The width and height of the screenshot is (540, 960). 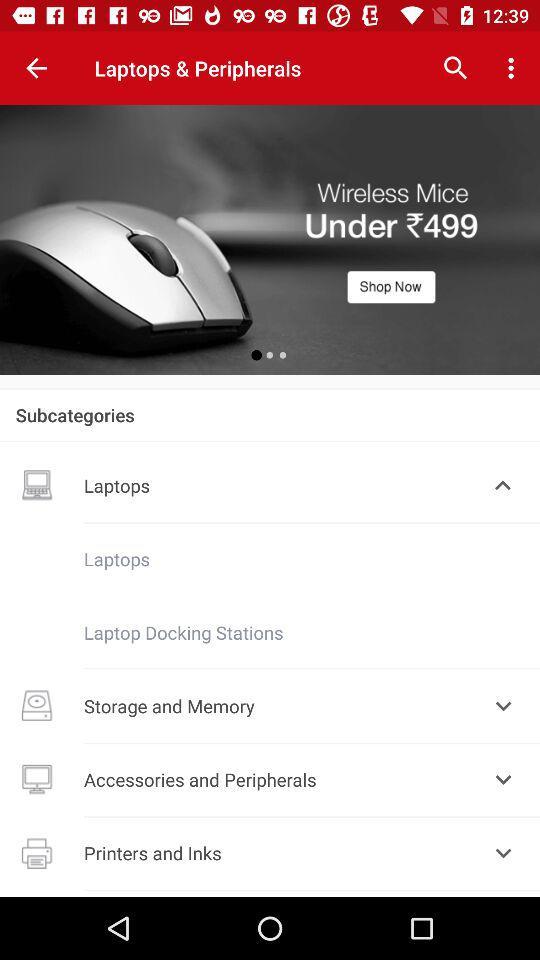 I want to click on the icon to the left of the laptops & peripherals, so click(x=36, y=68).